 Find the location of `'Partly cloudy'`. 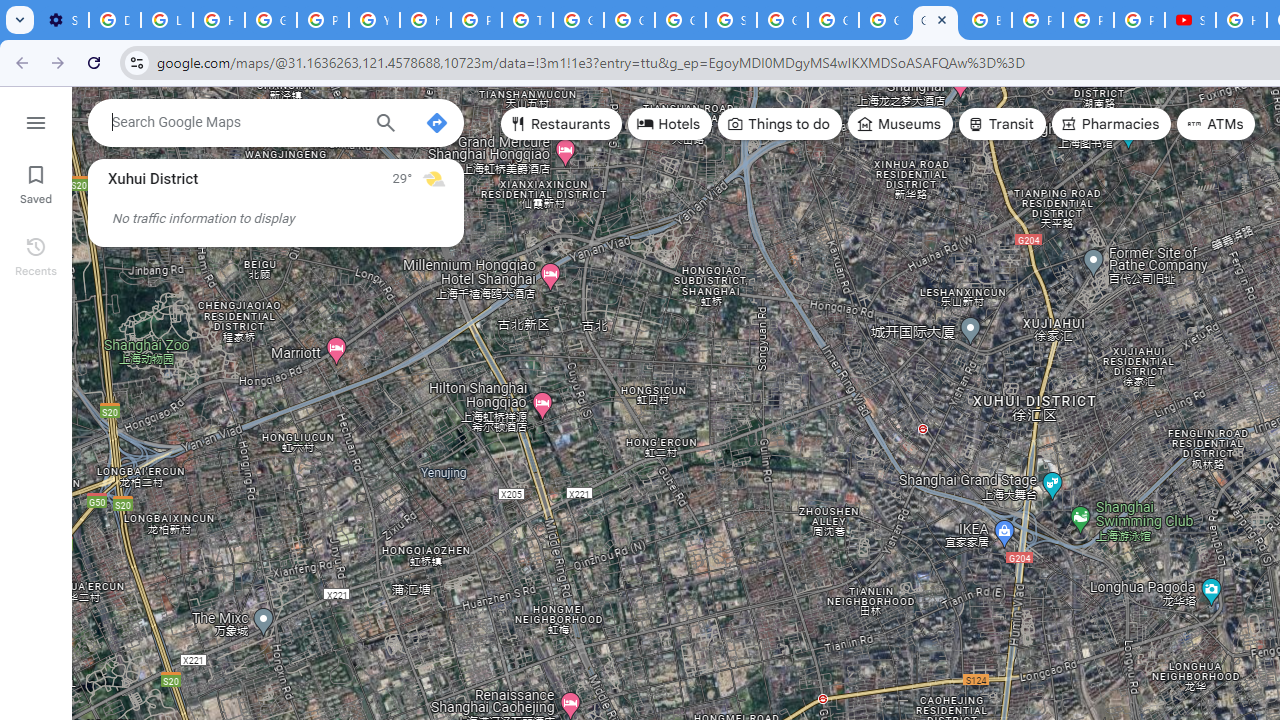

'Partly cloudy' is located at coordinates (432, 177).